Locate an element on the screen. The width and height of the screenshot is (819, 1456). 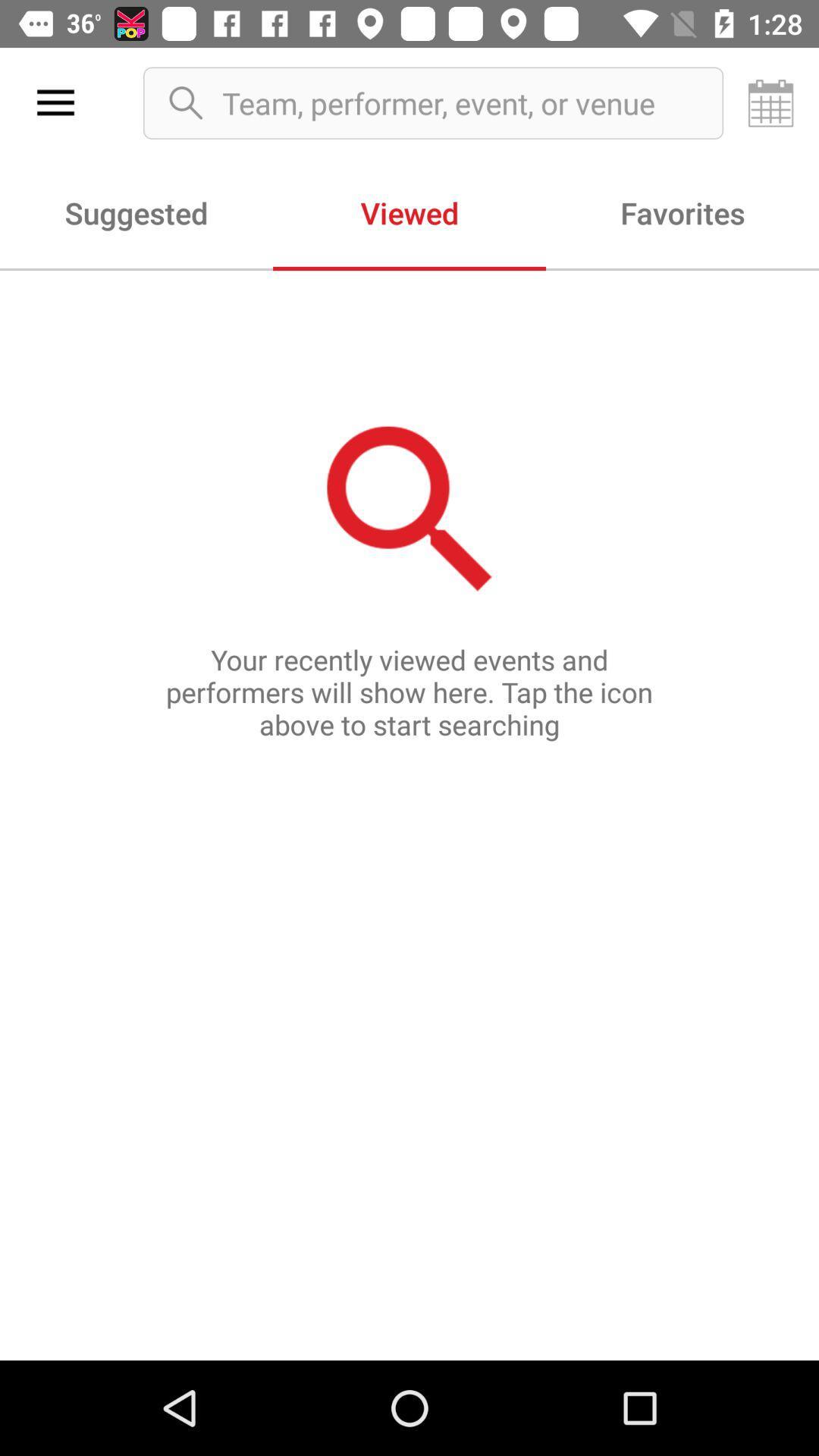
the icon below suggested is located at coordinates (409, 814).